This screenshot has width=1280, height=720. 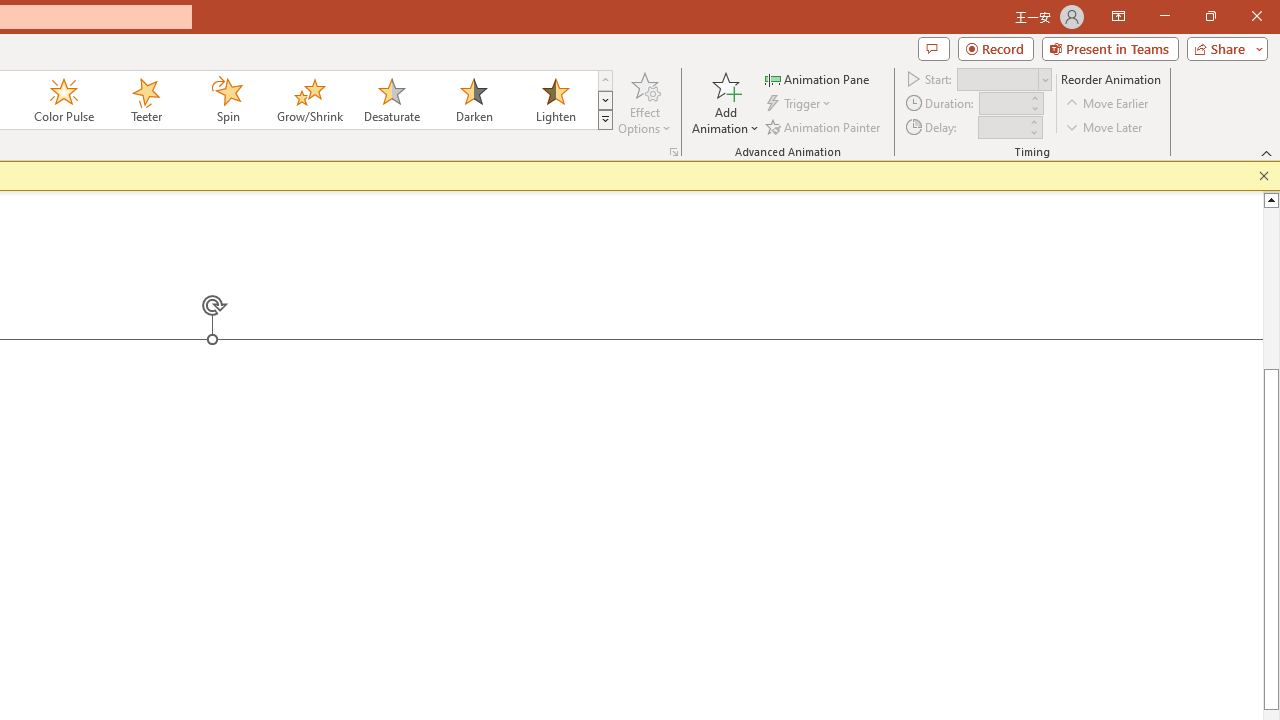 I want to click on 'Trigger', so click(x=800, y=103).